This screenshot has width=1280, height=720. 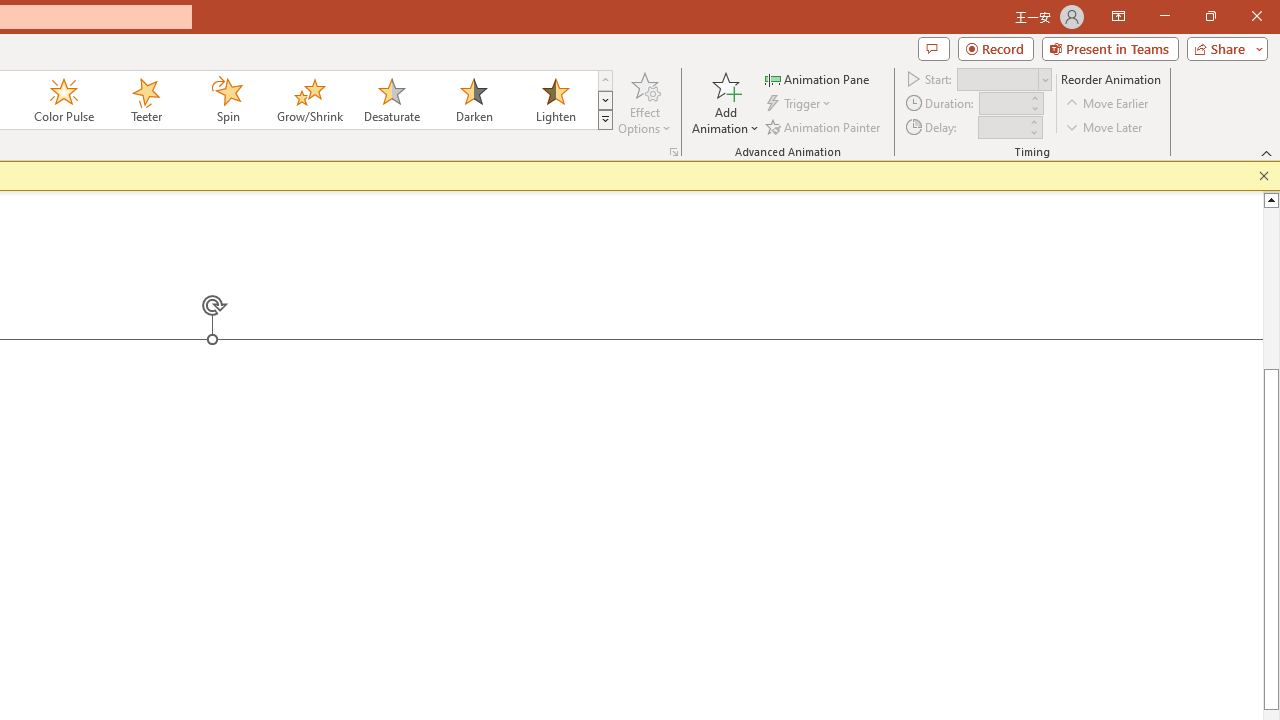 I want to click on 'Trigger', so click(x=800, y=103).